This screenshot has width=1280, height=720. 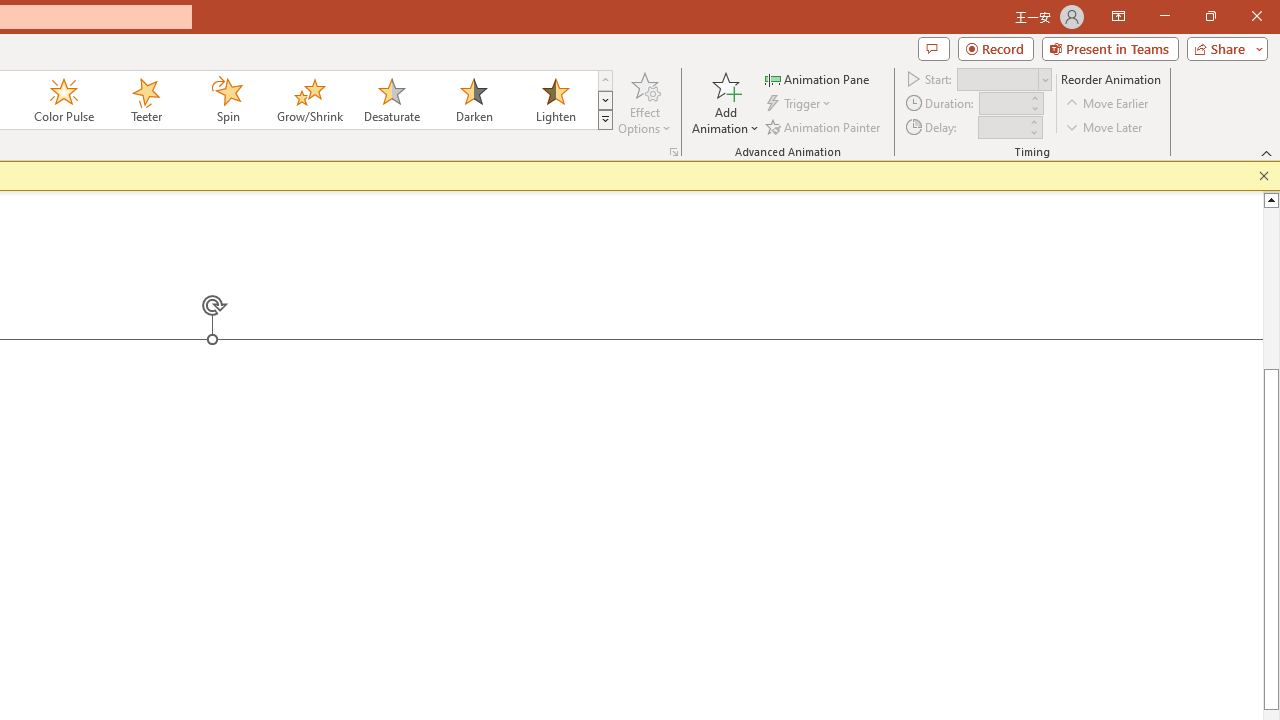 I want to click on 'Trigger', so click(x=800, y=103).